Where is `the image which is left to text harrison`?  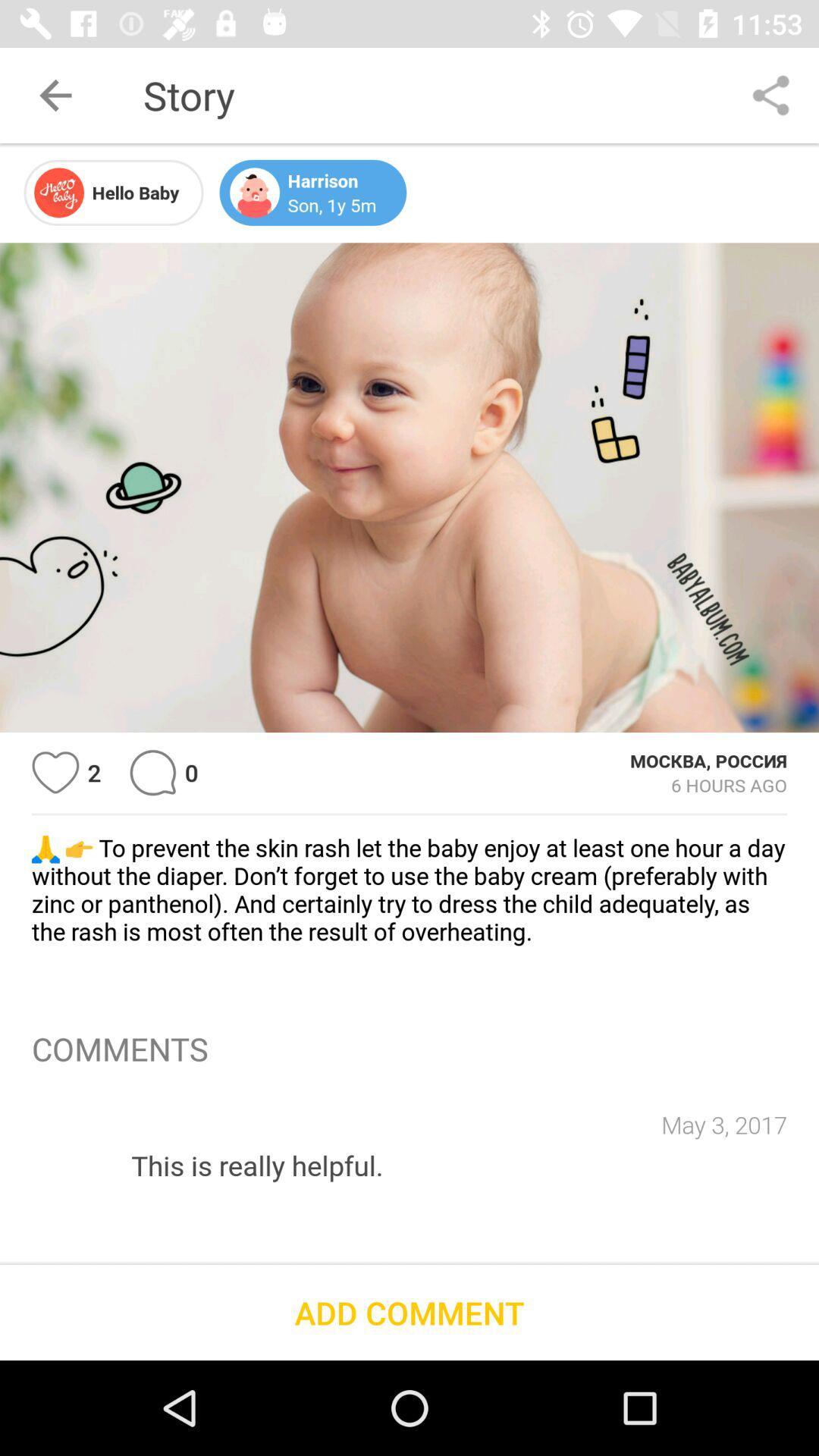
the image which is left to text harrison is located at coordinates (253, 192).